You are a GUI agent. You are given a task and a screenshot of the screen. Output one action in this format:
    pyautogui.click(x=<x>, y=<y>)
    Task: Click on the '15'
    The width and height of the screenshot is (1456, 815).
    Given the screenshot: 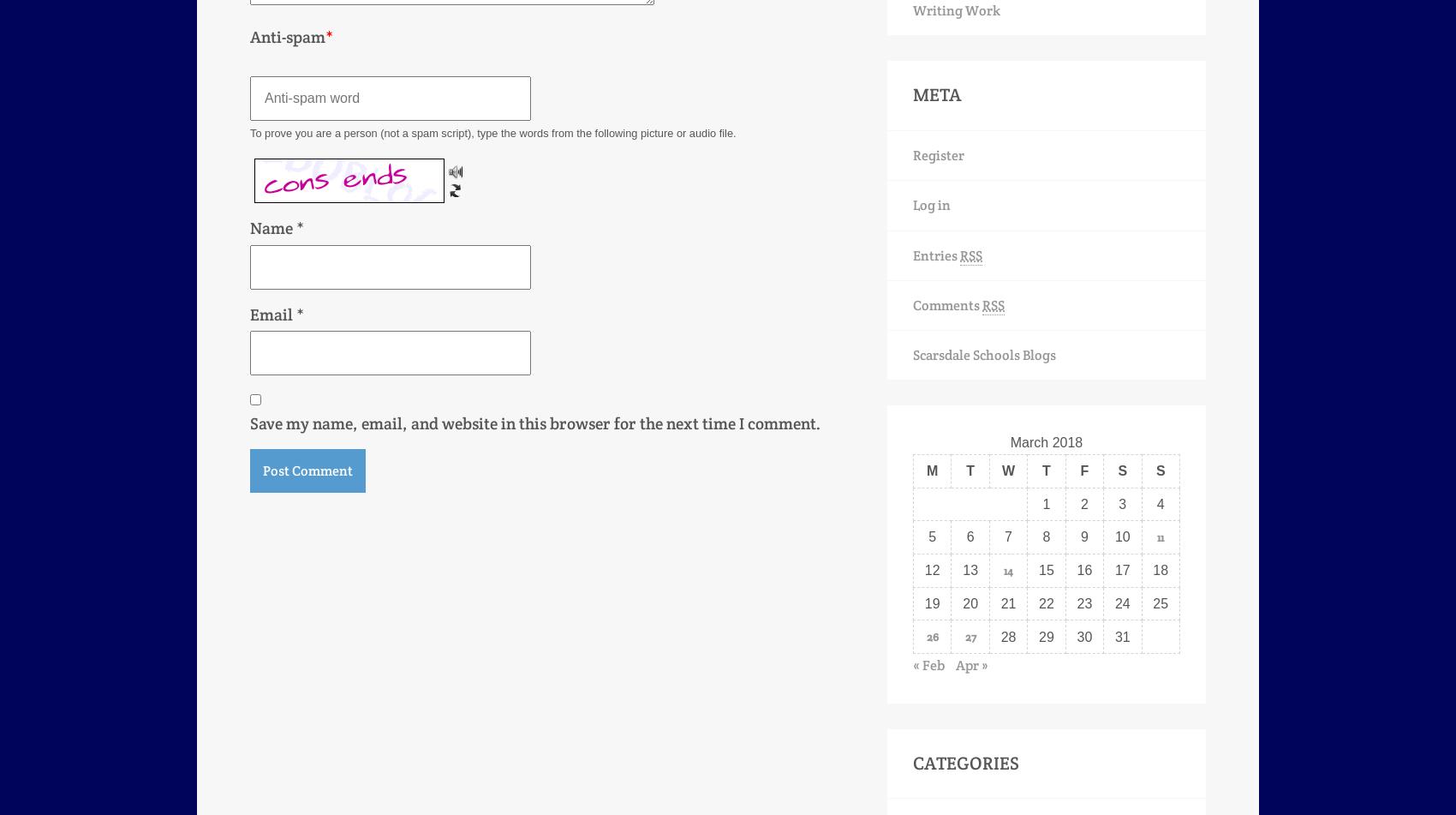 What is the action you would take?
    pyautogui.click(x=1045, y=569)
    